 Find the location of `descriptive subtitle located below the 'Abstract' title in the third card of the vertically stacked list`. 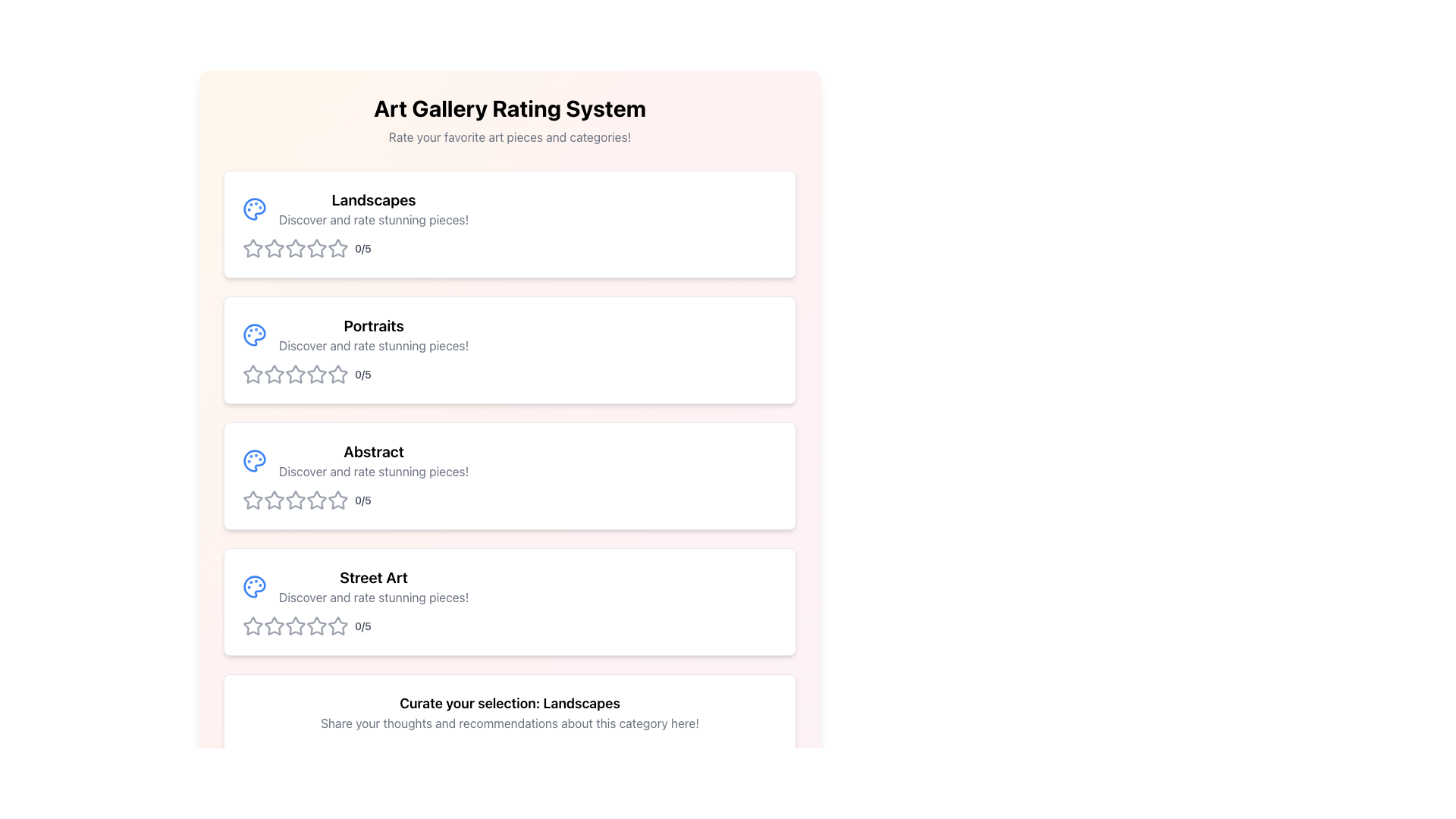

descriptive subtitle located below the 'Abstract' title in the third card of the vertically stacked list is located at coordinates (374, 470).